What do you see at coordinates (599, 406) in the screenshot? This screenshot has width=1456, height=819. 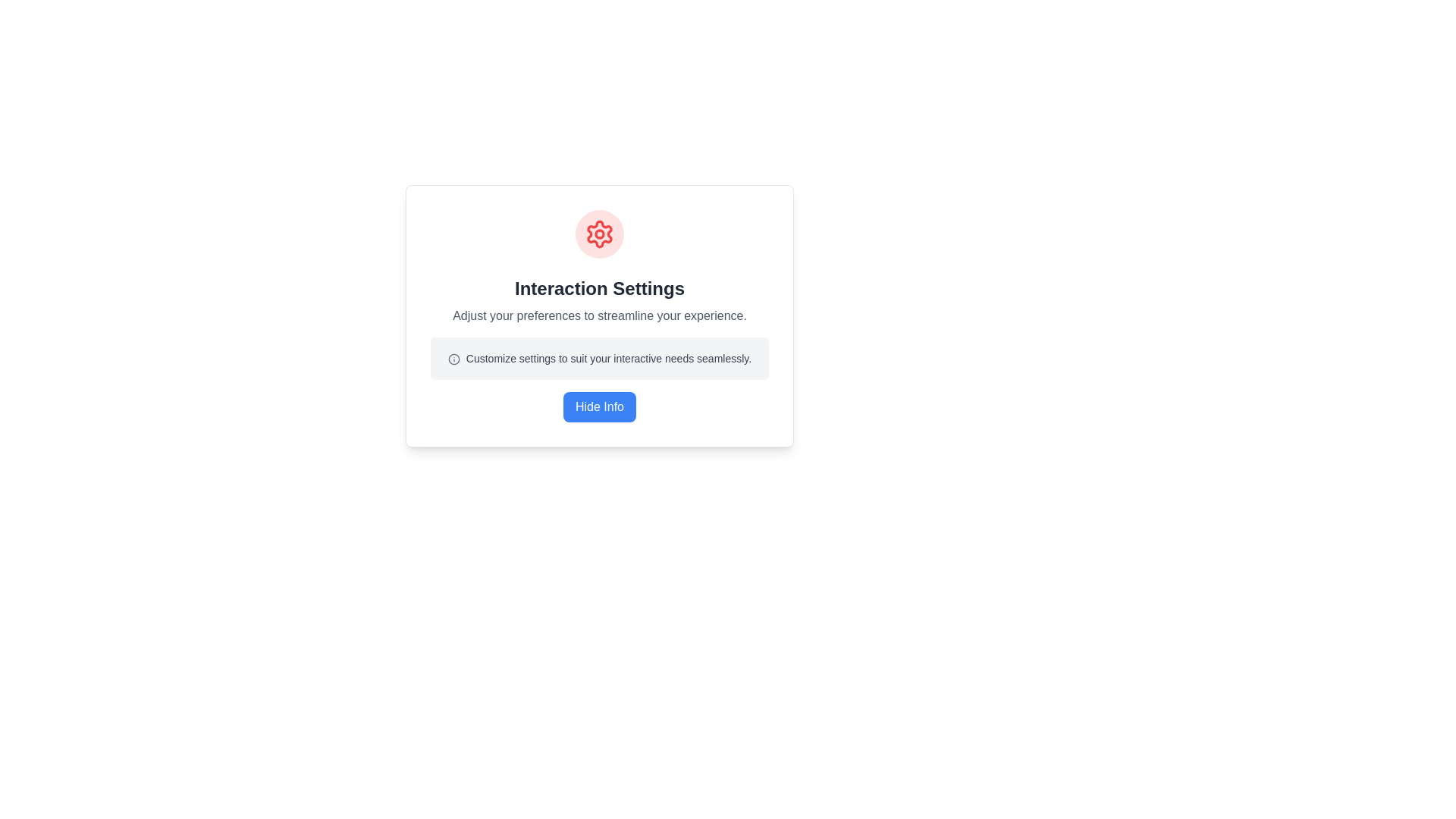 I see `the rectangular button with a blue background and white text displaying 'Hide Info' located at the bottom center of the 'Interaction Settings' card` at bounding box center [599, 406].